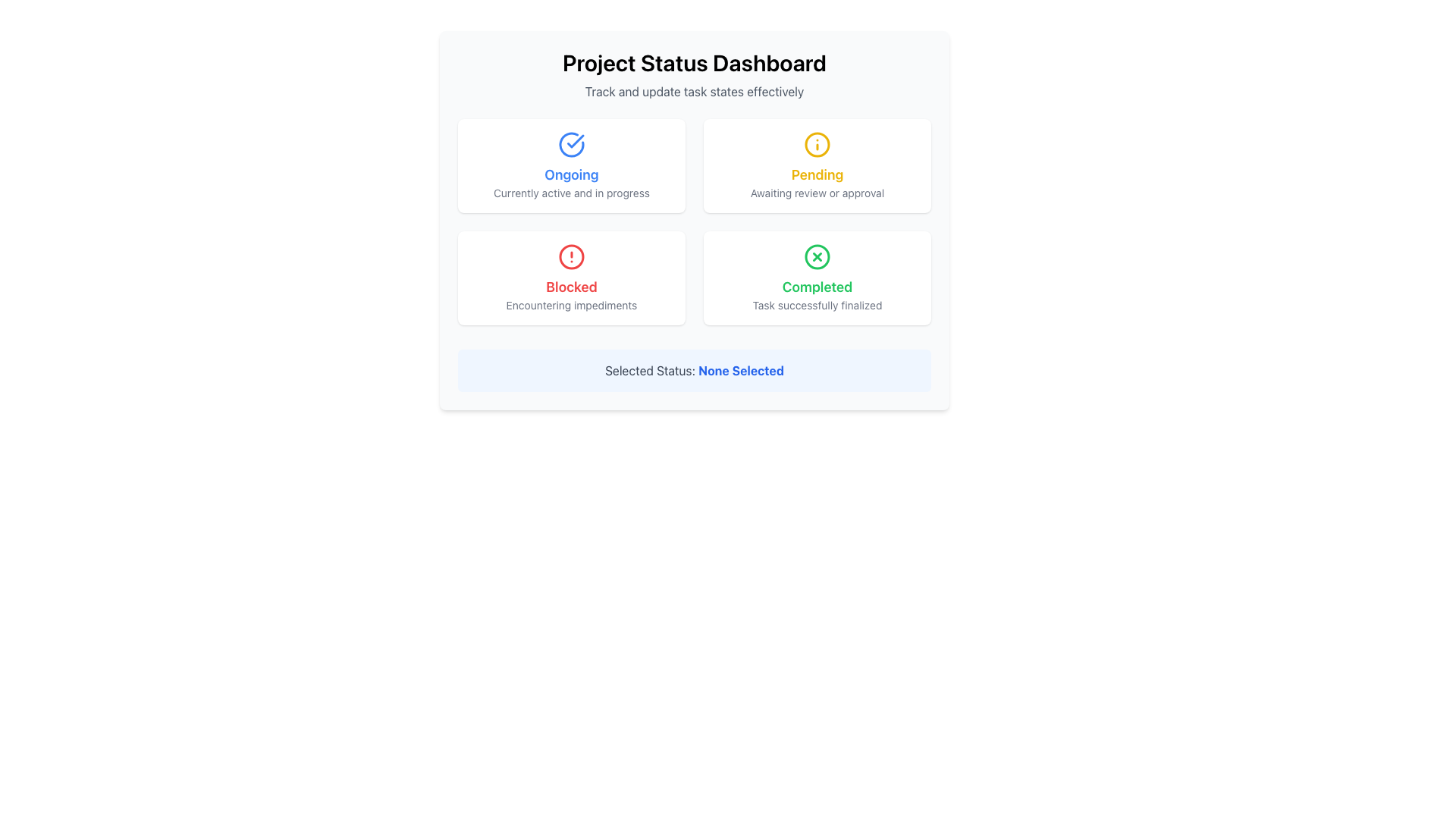 Image resolution: width=1456 pixels, height=819 pixels. I want to click on the text label displaying 'Selected Status: None Selected', which is styled with gray and bold blue text within a rounded light blue background, so click(694, 371).